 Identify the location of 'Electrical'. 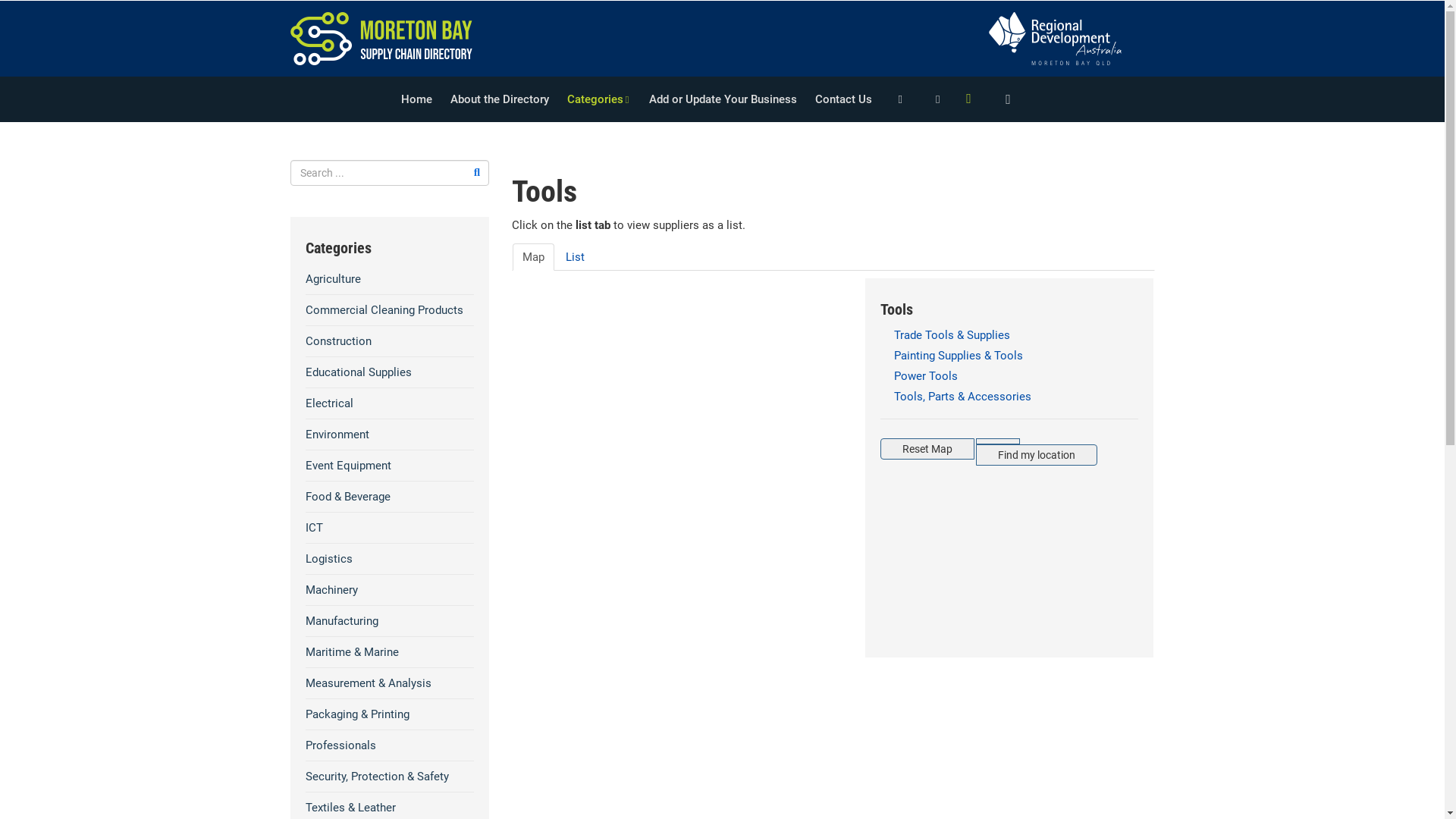
(389, 403).